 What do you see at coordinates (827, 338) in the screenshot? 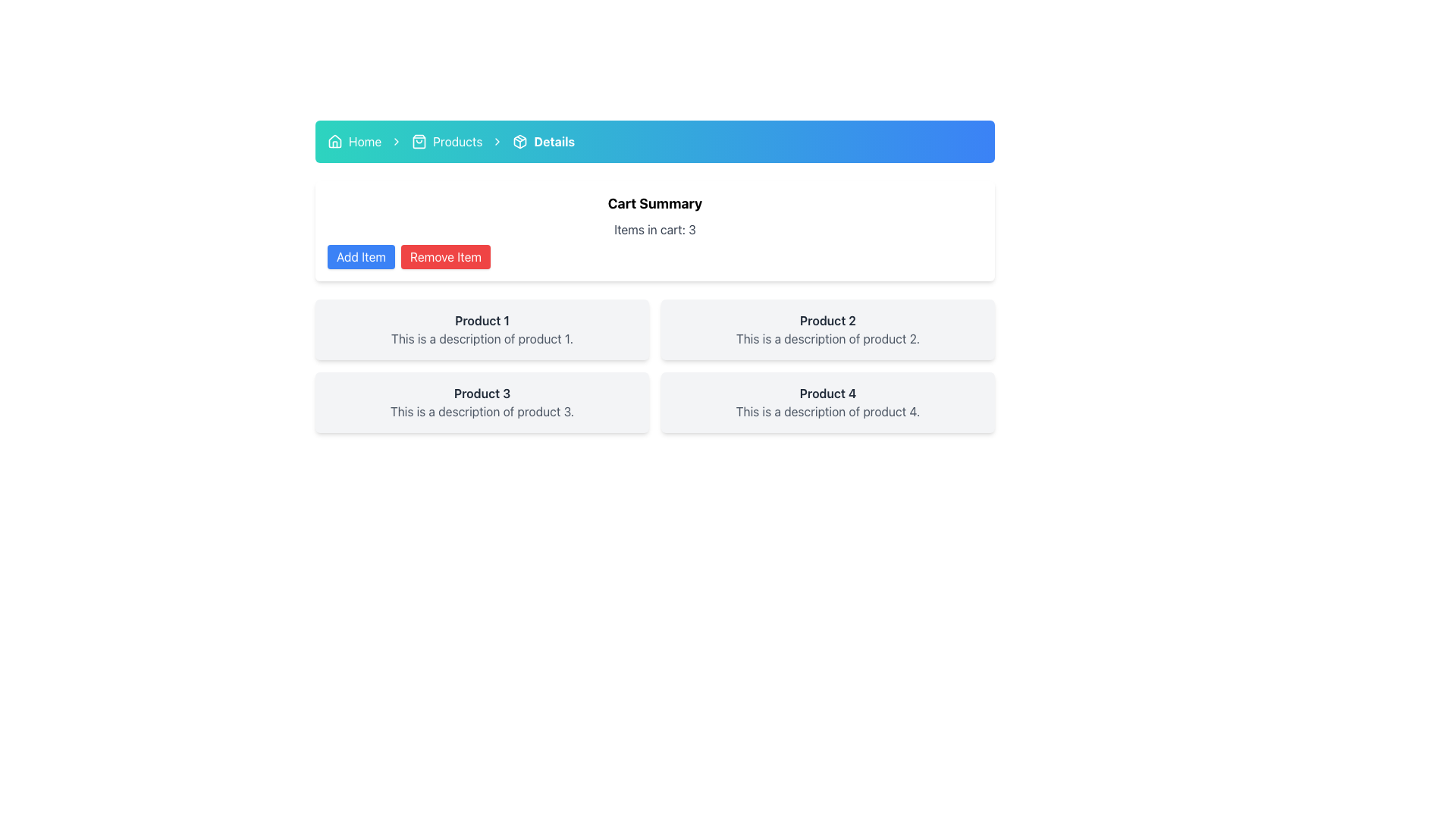
I see `the non-interactive Text Label that provides supplementary information for 'Product 2'` at bounding box center [827, 338].